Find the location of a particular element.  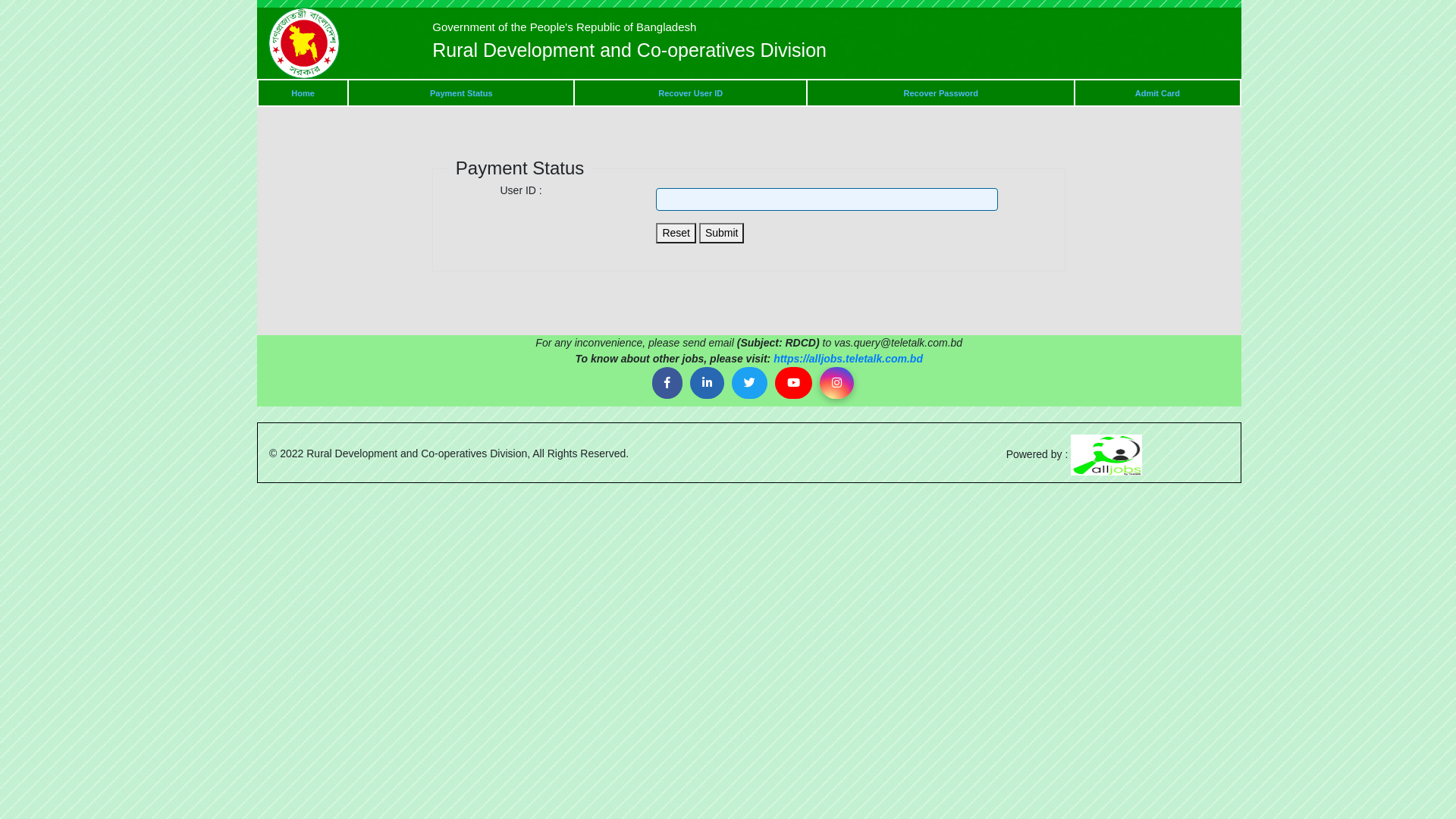

'https://alljobs.teletalk.com.bd' is located at coordinates (847, 359).